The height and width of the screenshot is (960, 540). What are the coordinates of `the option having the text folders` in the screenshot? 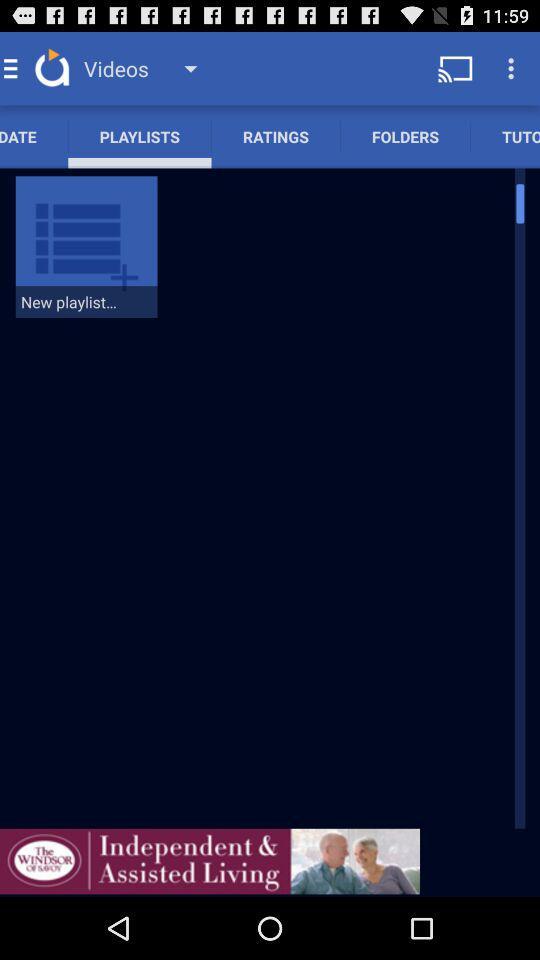 It's located at (405, 135).